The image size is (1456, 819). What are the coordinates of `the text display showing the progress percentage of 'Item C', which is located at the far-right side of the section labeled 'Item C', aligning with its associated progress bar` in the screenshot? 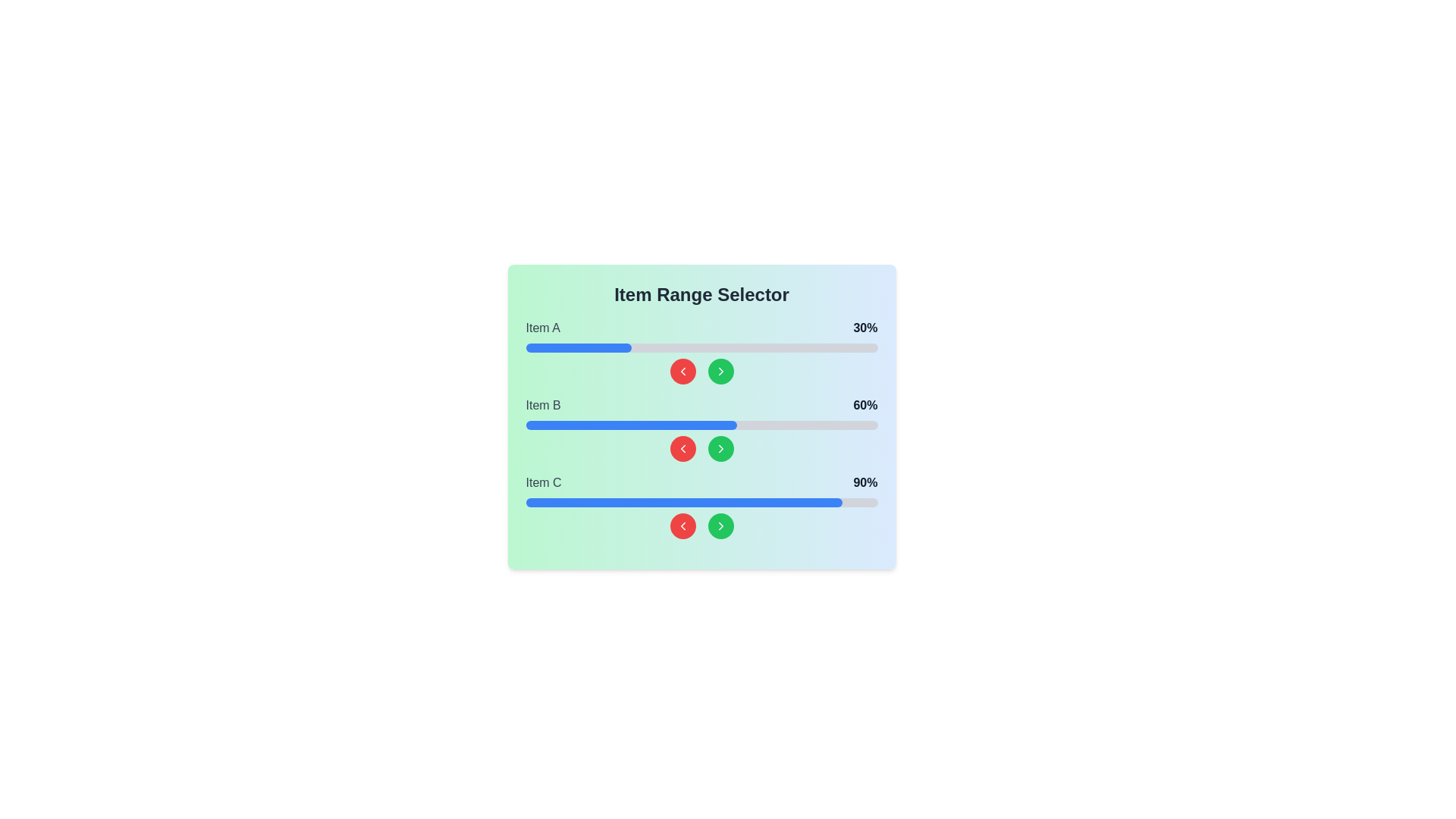 It's located at (865, 482).